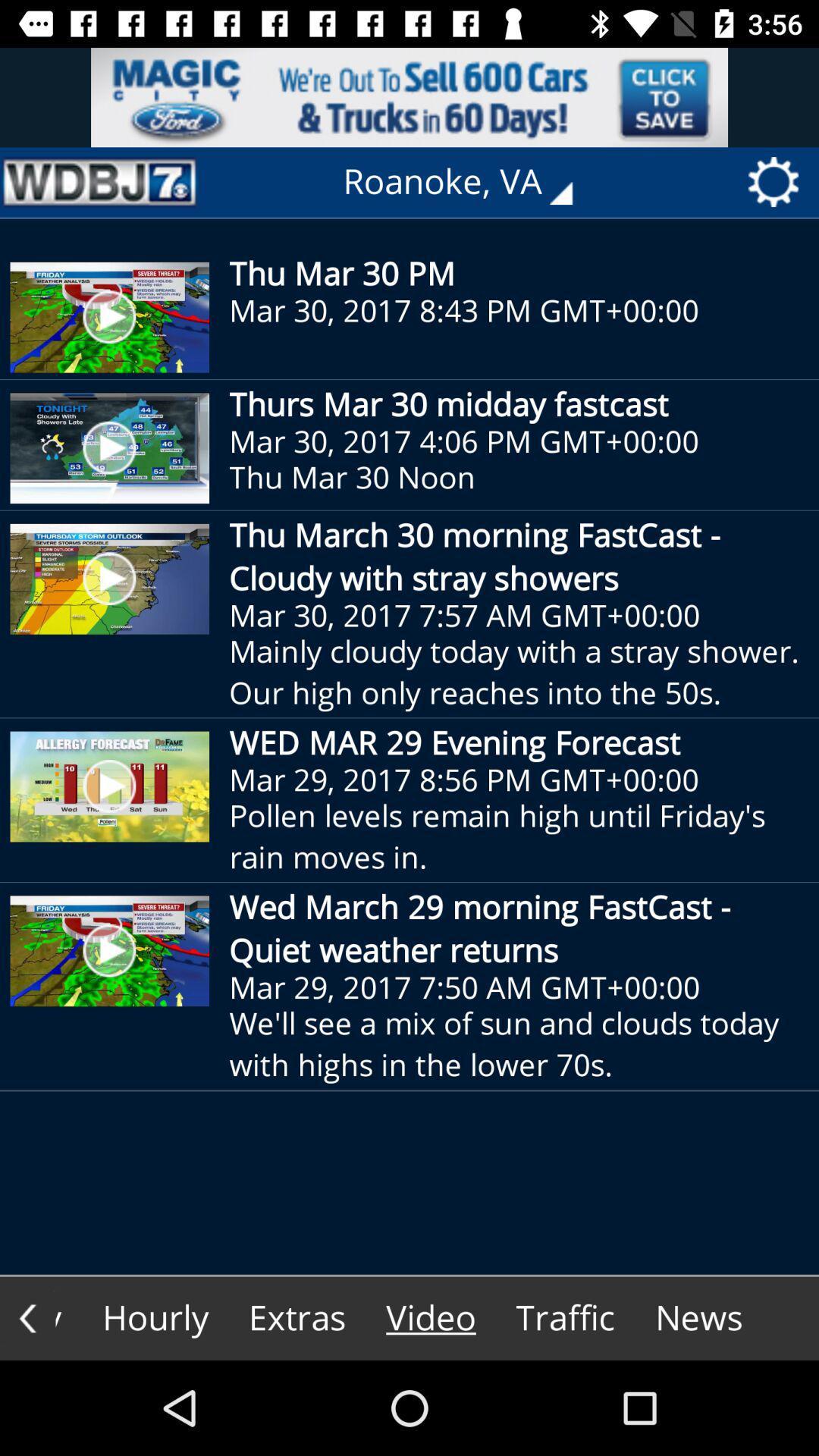 This screenshot has height=1456, width=819. I want to click on roanoke, va item, so click(468, 182).